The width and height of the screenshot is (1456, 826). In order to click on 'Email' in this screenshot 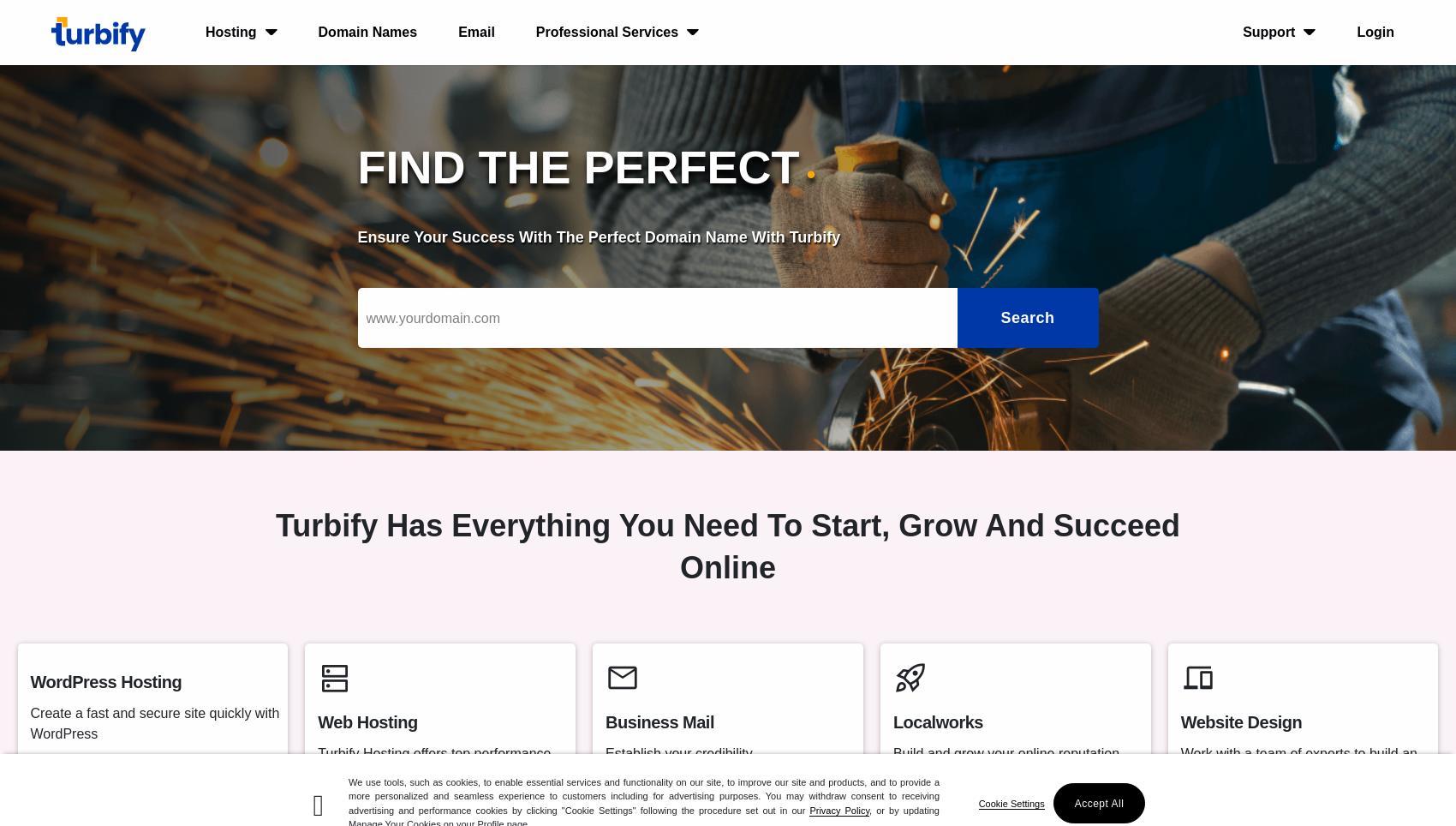, I will do `click(475, 31)`.